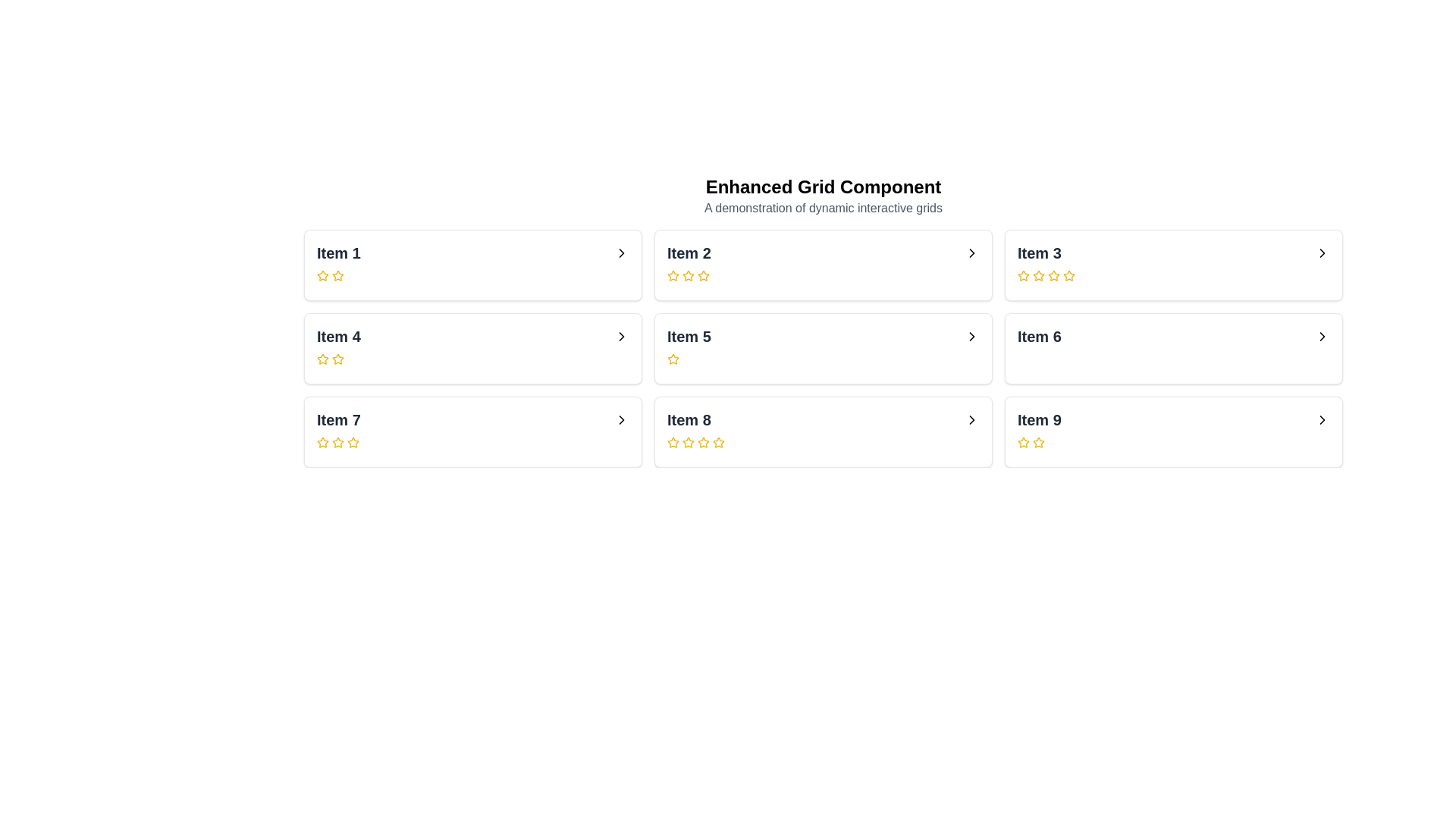 Image resolution: width=1456 pixels, height=819 pixels. What do you see at coordinates (337, 442) in the screenshot?
I see `the third star icon in the rating system under the 'Item 7' card` at bounding box center [337, 442].